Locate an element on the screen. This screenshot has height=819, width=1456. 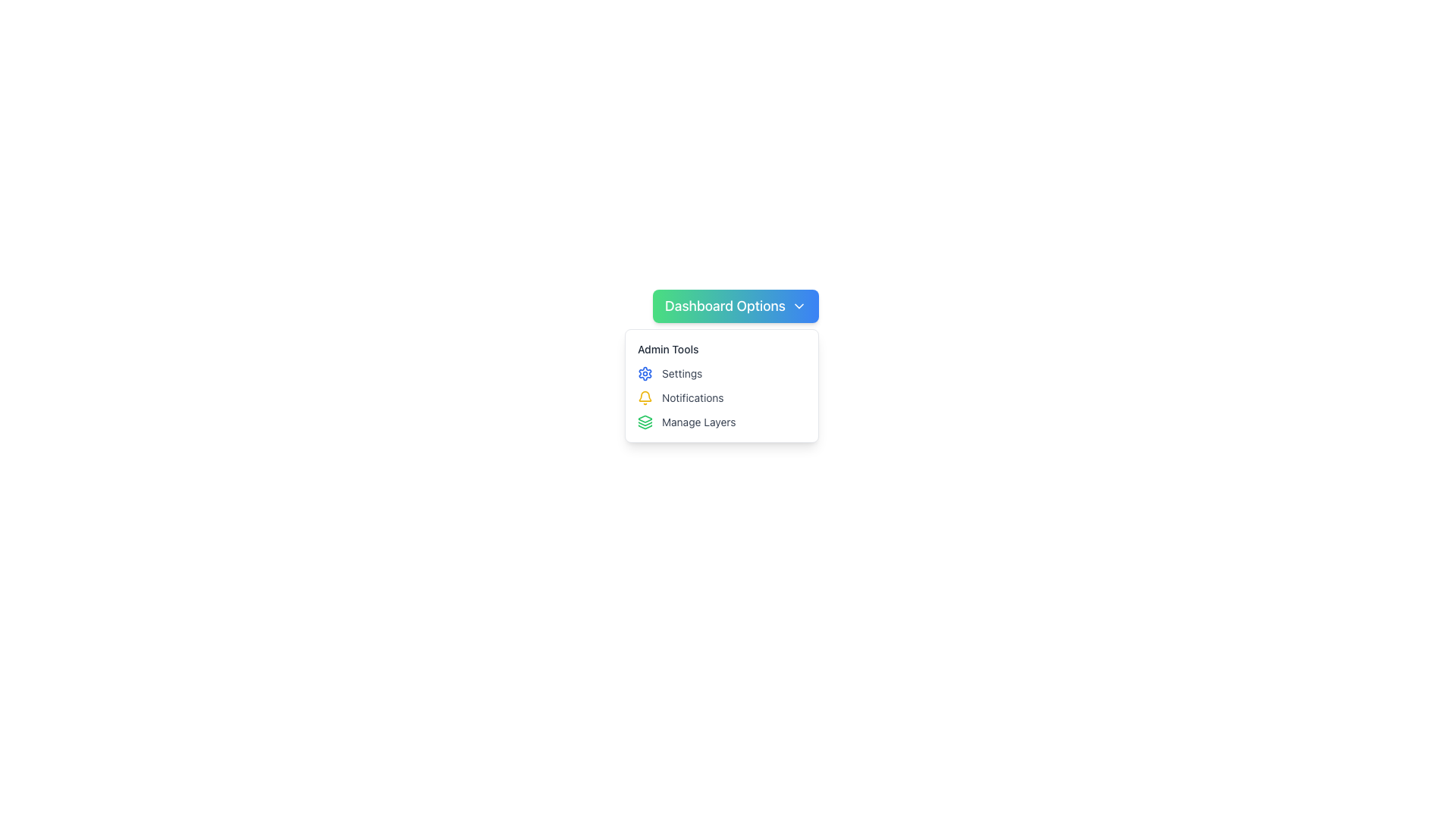
the blue gear icon that is located to the left of the text 'Settings' is located at coordinates (645, 374).